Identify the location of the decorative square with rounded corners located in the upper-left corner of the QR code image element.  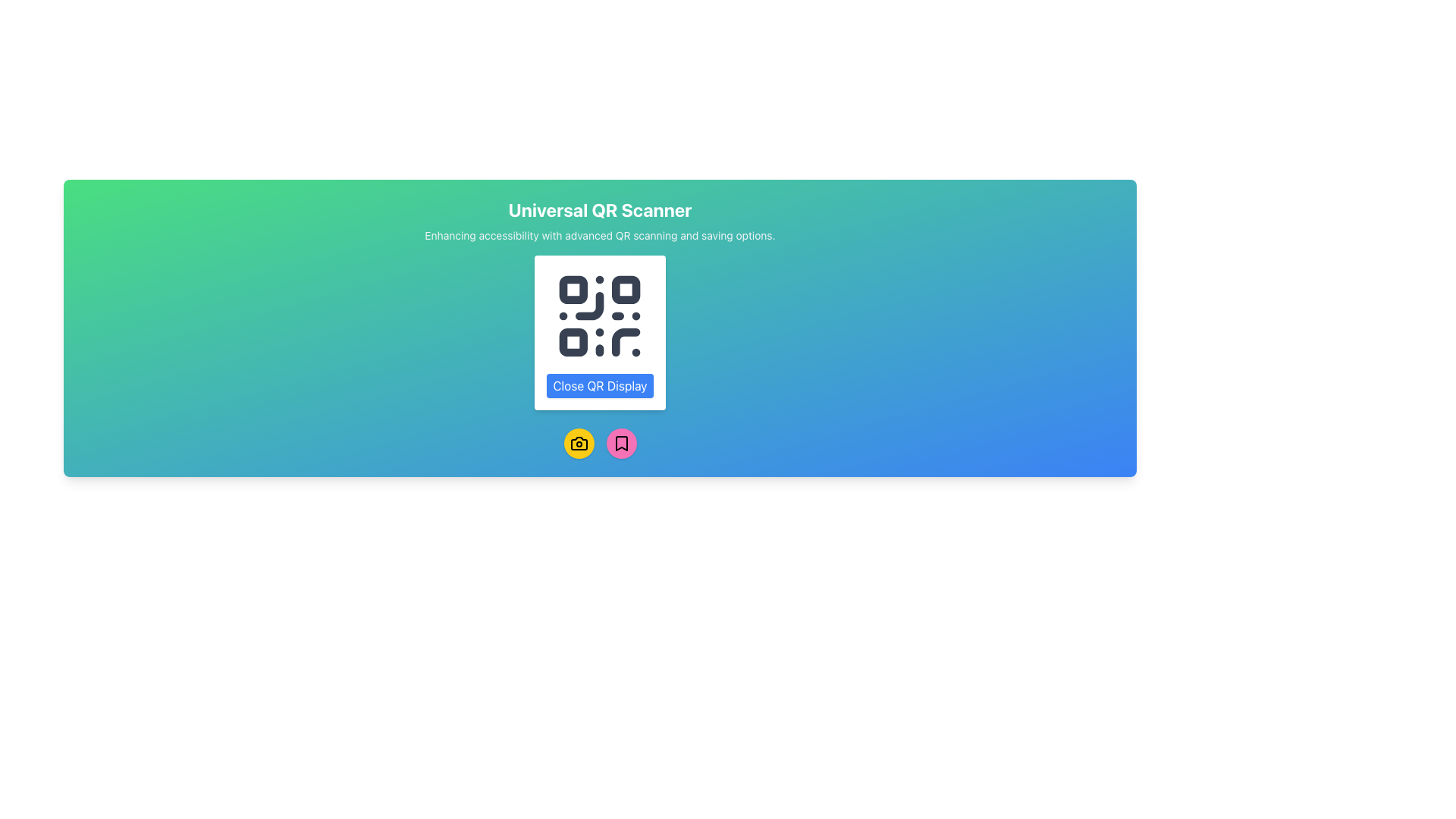
(573, 290).